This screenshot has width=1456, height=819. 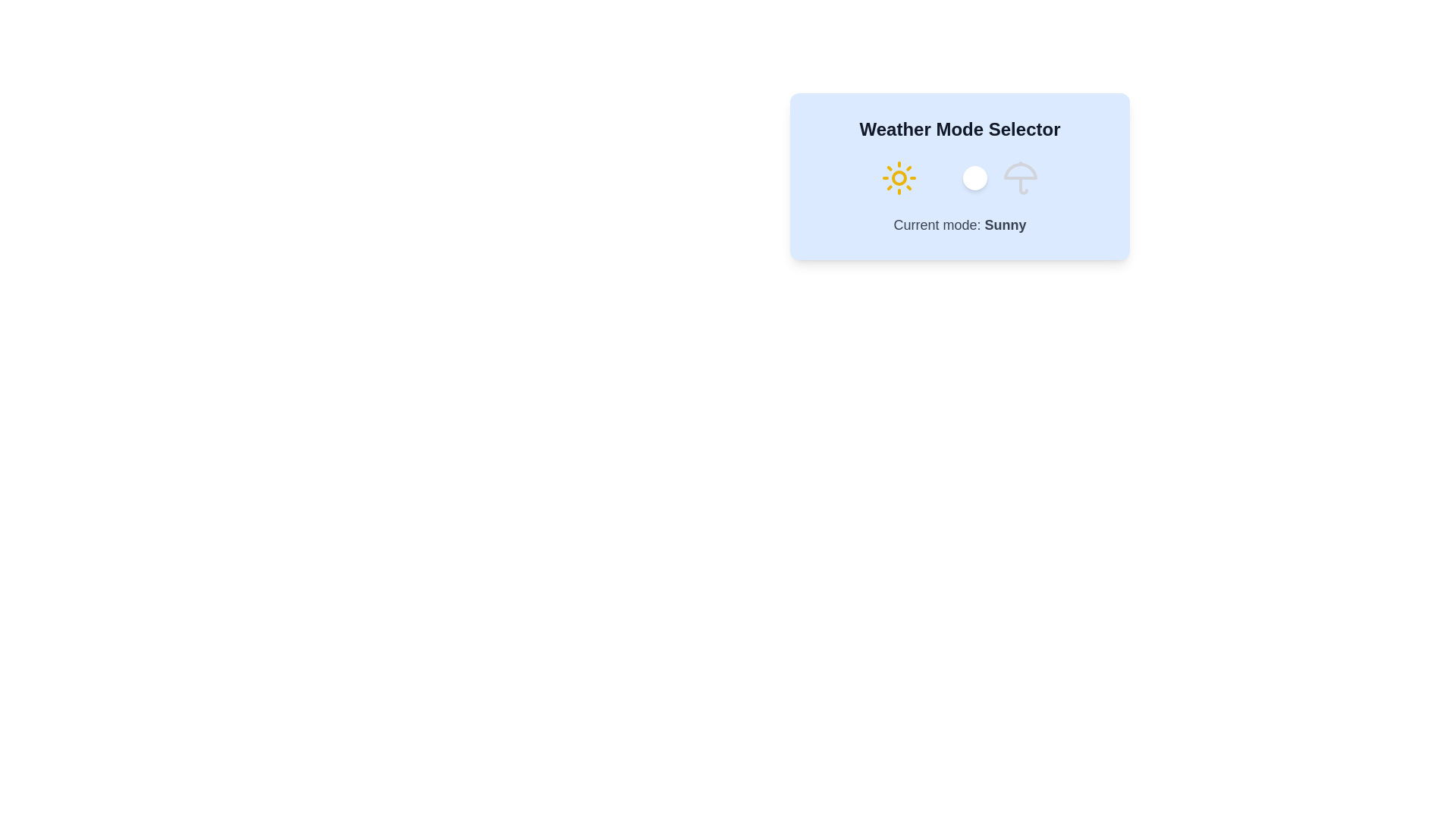 What do you see at coordinates (899, 177) in the screenshot?
I see `the small filled circle at the center of the yellow sun icon in the Weather Mode Selector component` at bounding box center [899, 177].